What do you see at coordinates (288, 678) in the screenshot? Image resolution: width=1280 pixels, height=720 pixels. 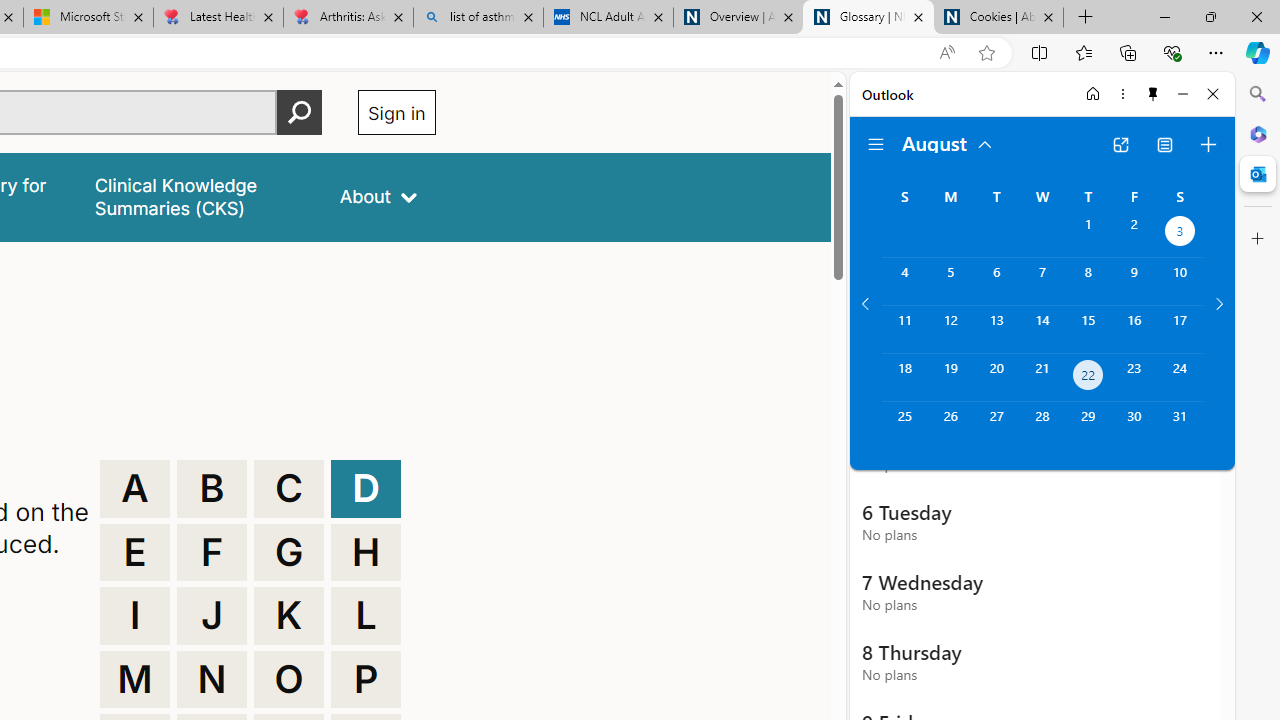 I see `'O'` at bounding box center [288, 678].